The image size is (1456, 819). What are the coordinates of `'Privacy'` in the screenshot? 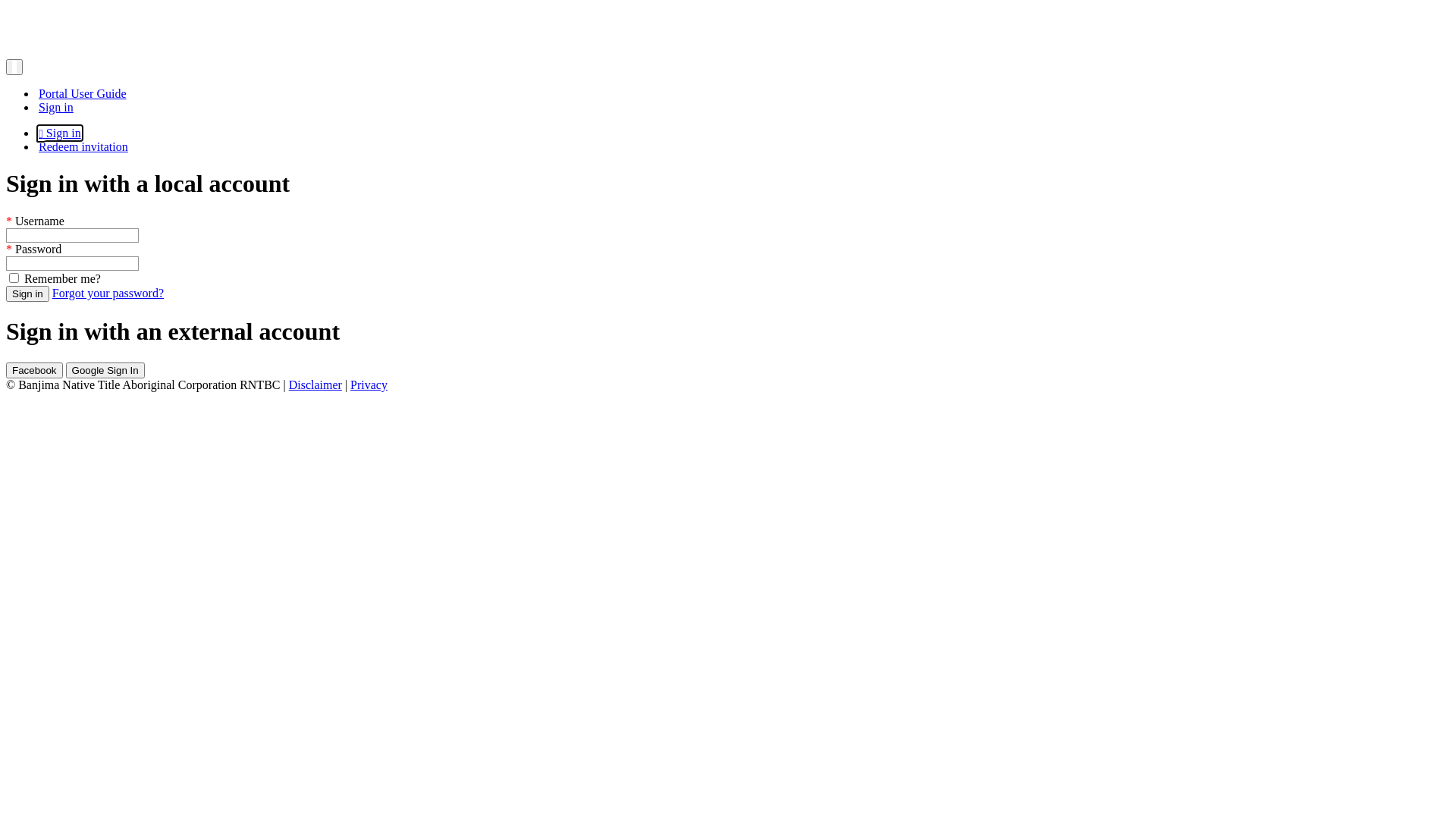 It's located at (369, 384).